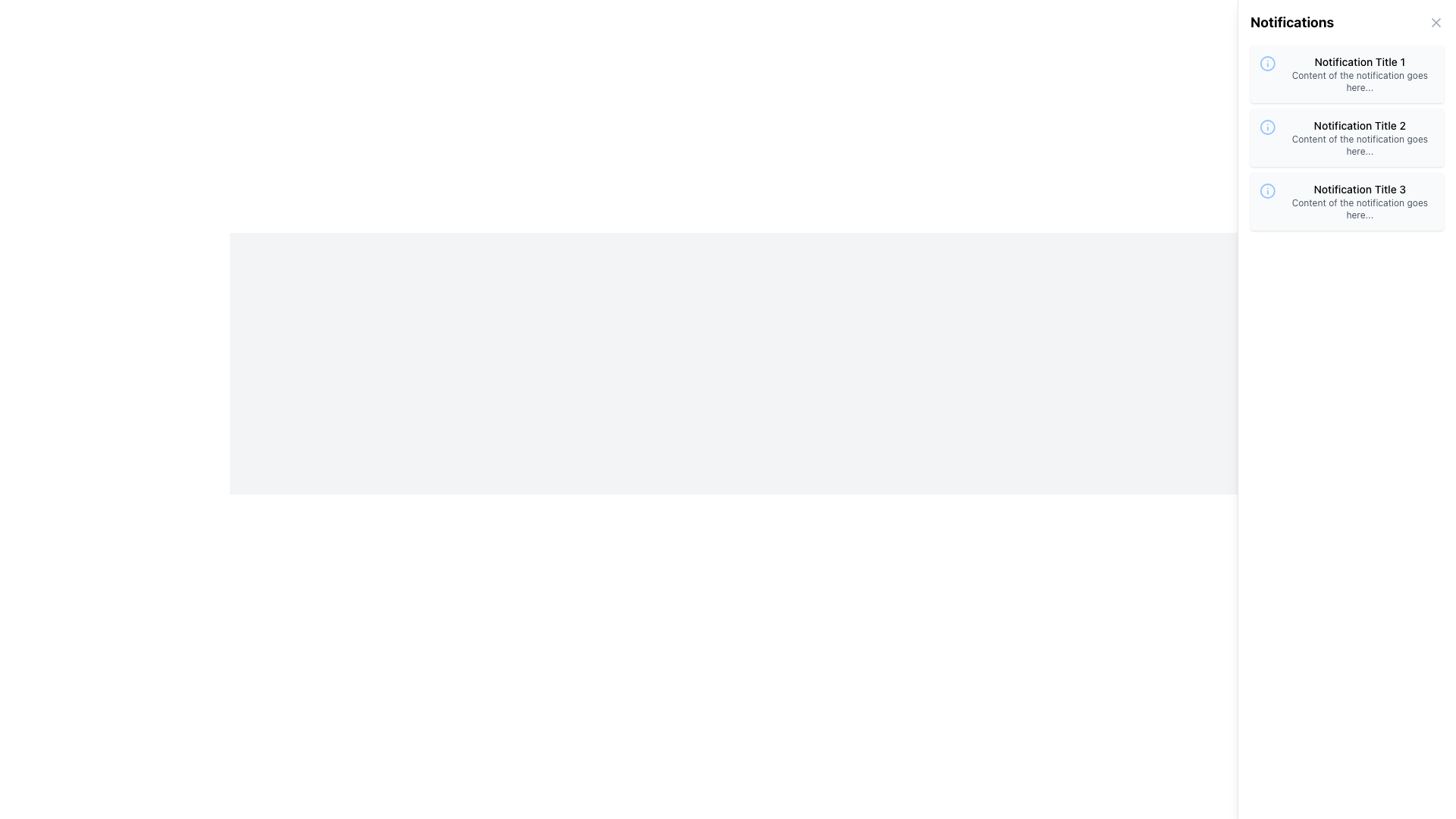 The width and height of the screenshot is (1456, 819). What do you see at coordinates (1267, 127) in the screenshot?
I see `the information icon styled in blue with a circular outline, located within the notification entry titled 'Notification Title 2'` at bounding box center [1267, 127].